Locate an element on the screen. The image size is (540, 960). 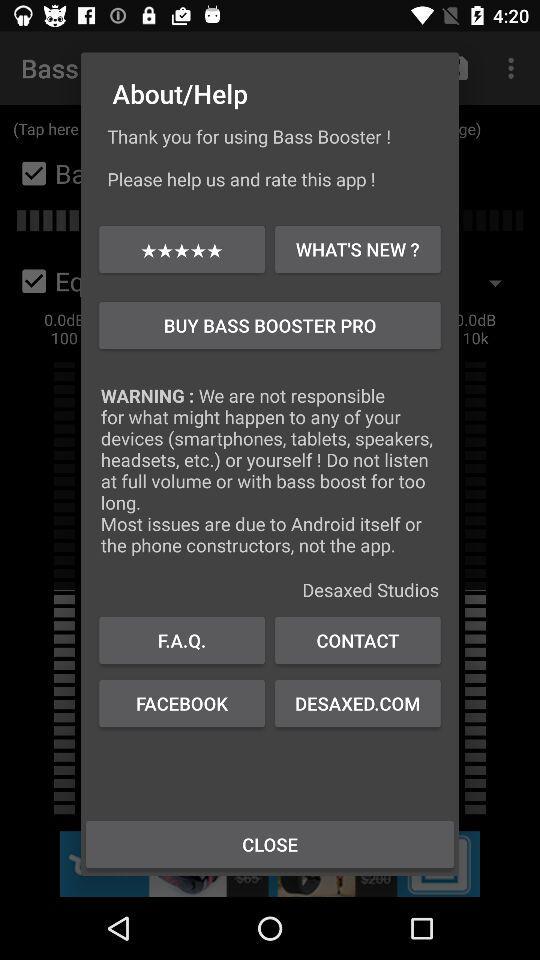
item next to the contact item is located at coordinates (182, 639).